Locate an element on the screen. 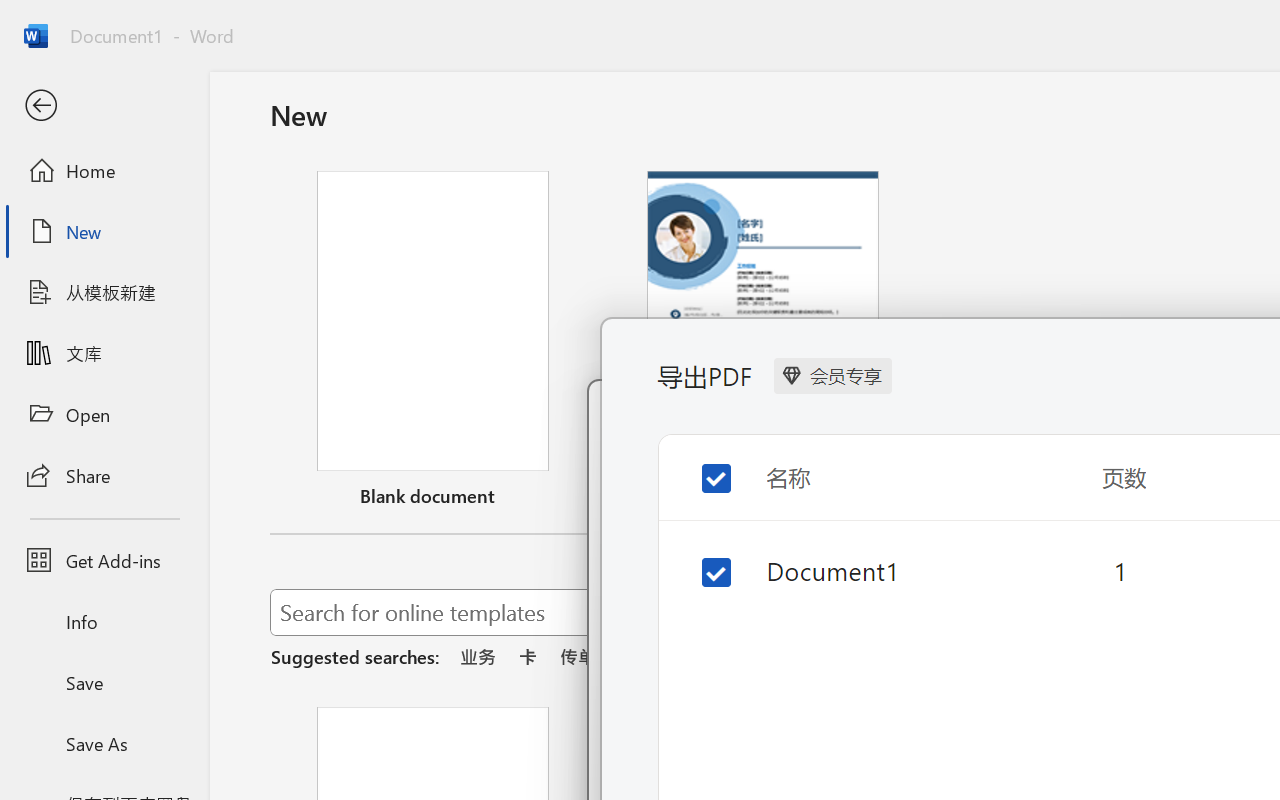  'select row' is located at coordinates (700, 557).